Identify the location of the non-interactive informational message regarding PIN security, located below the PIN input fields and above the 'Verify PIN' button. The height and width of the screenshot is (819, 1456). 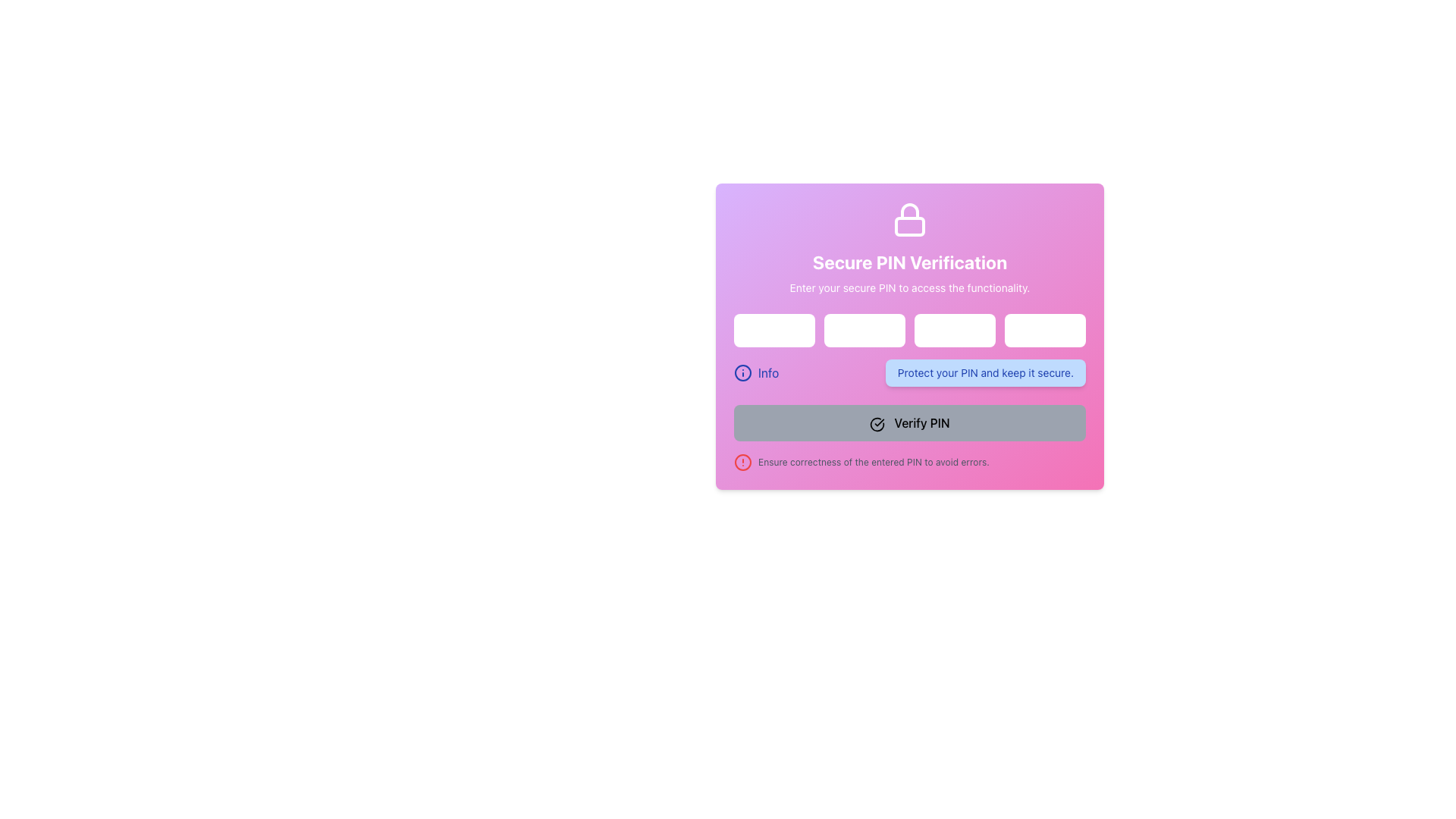
(986, 373).